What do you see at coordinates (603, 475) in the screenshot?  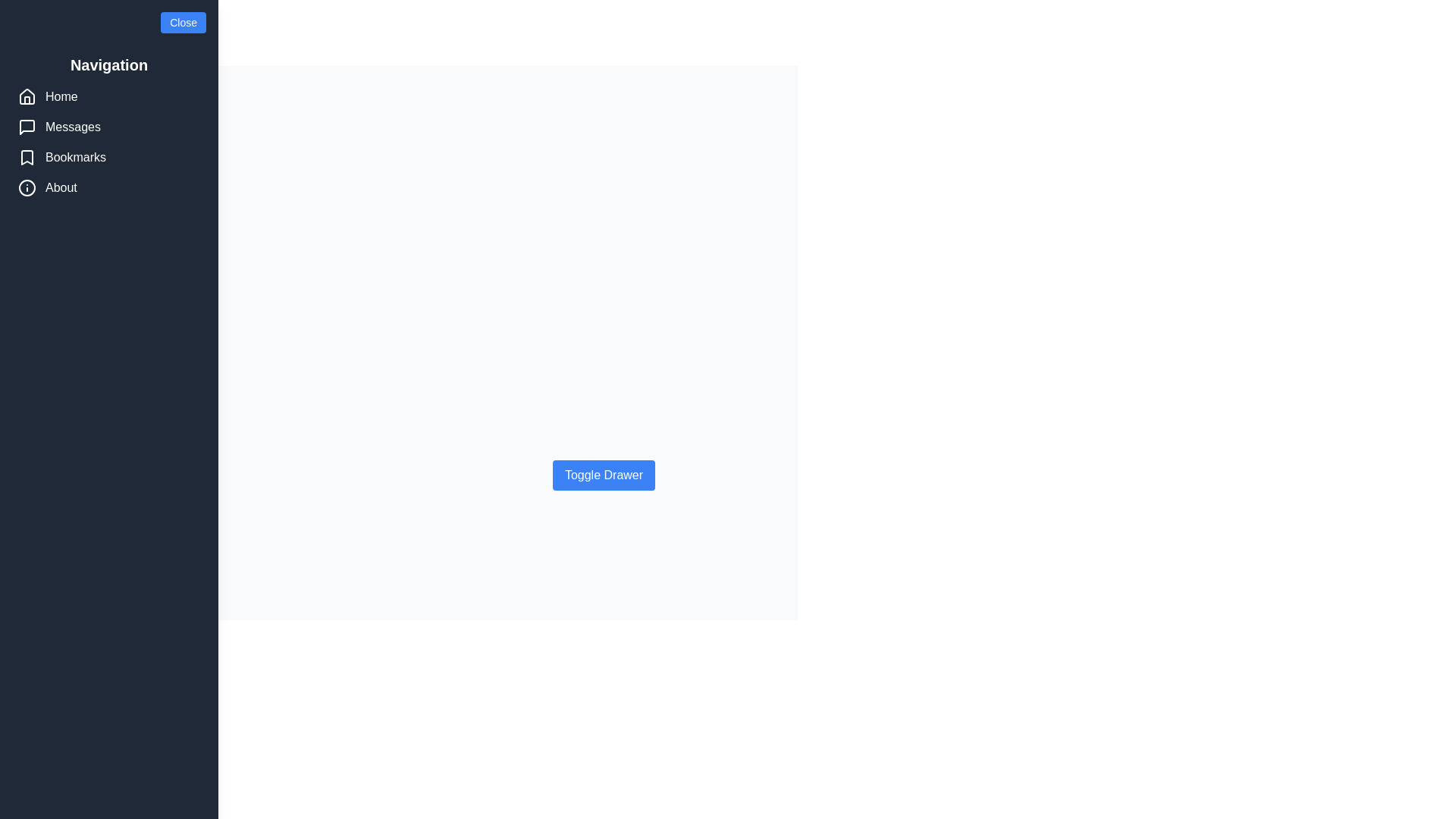 I see `the 'Toggle Drawer' button to toggle the drawer` at bounding box center [603, 475].